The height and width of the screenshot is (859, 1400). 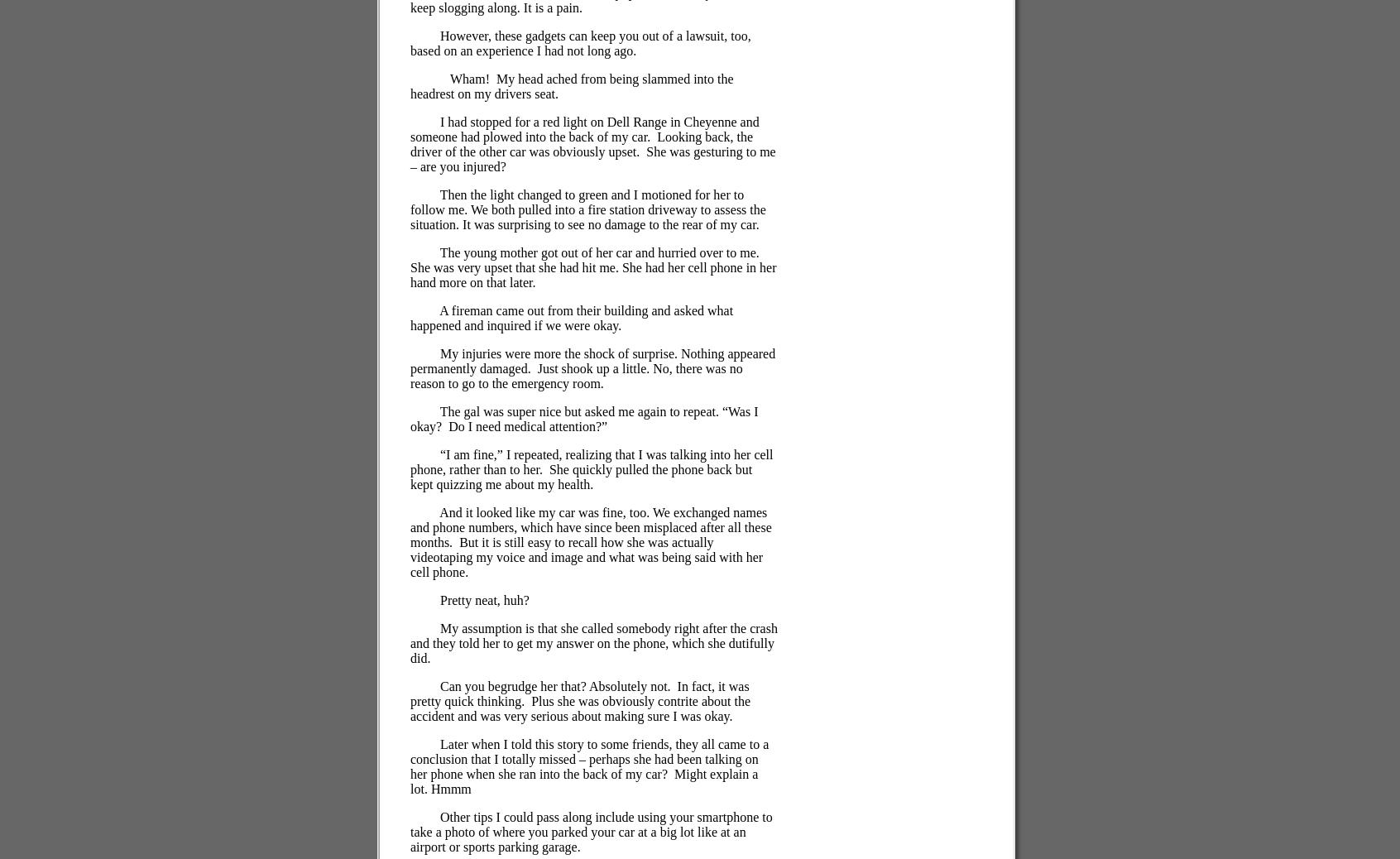 What do you see at coordinates (580, 708) in the screenshot?
I see `'Plus
she was obviously contrite about the accident and was very serious about making
sure I was okay.'` at bounding box center [580, 708].